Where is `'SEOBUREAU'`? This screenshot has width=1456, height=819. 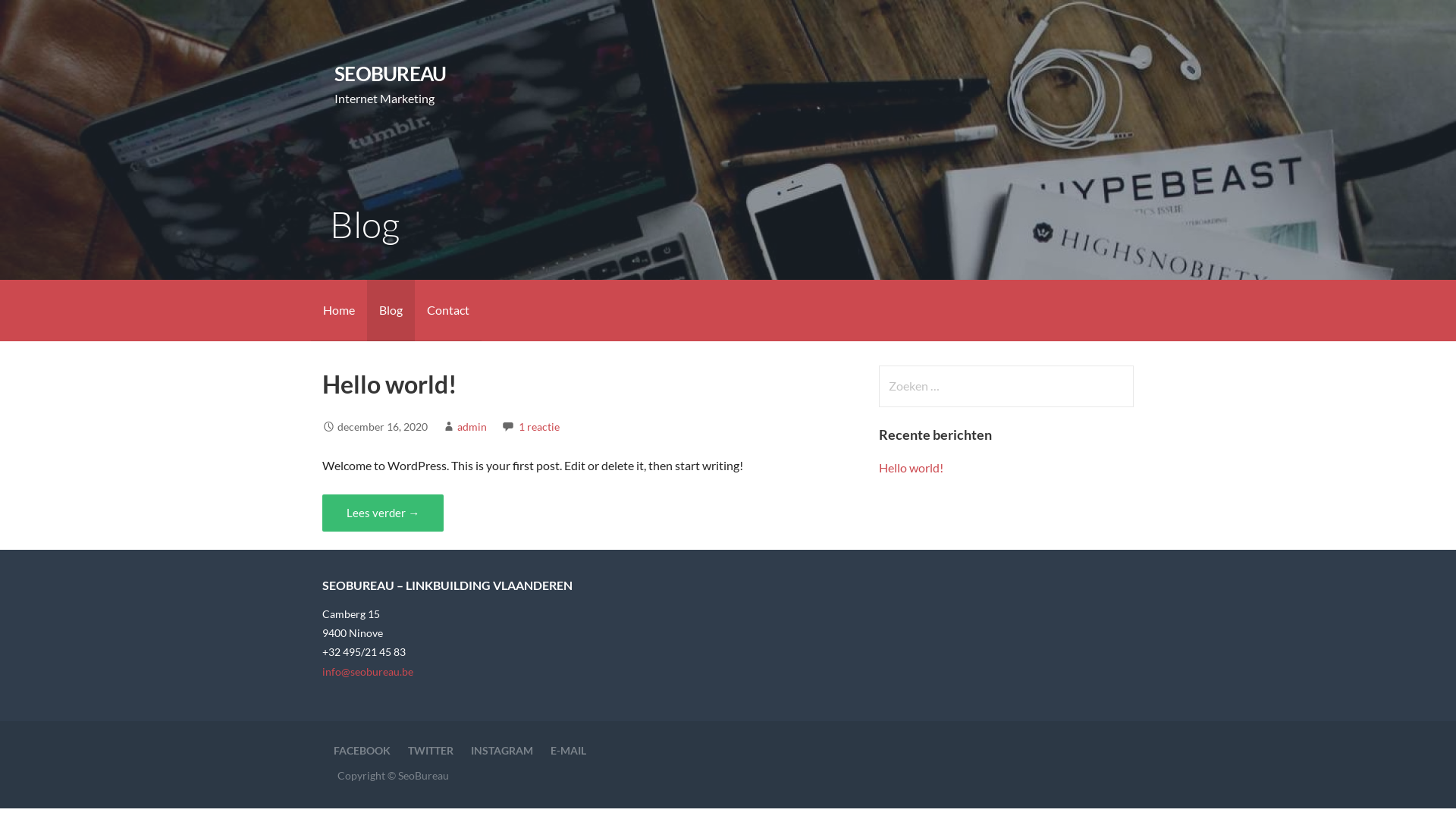
'SEOBUREAU' is located at coordinates (390, 73).